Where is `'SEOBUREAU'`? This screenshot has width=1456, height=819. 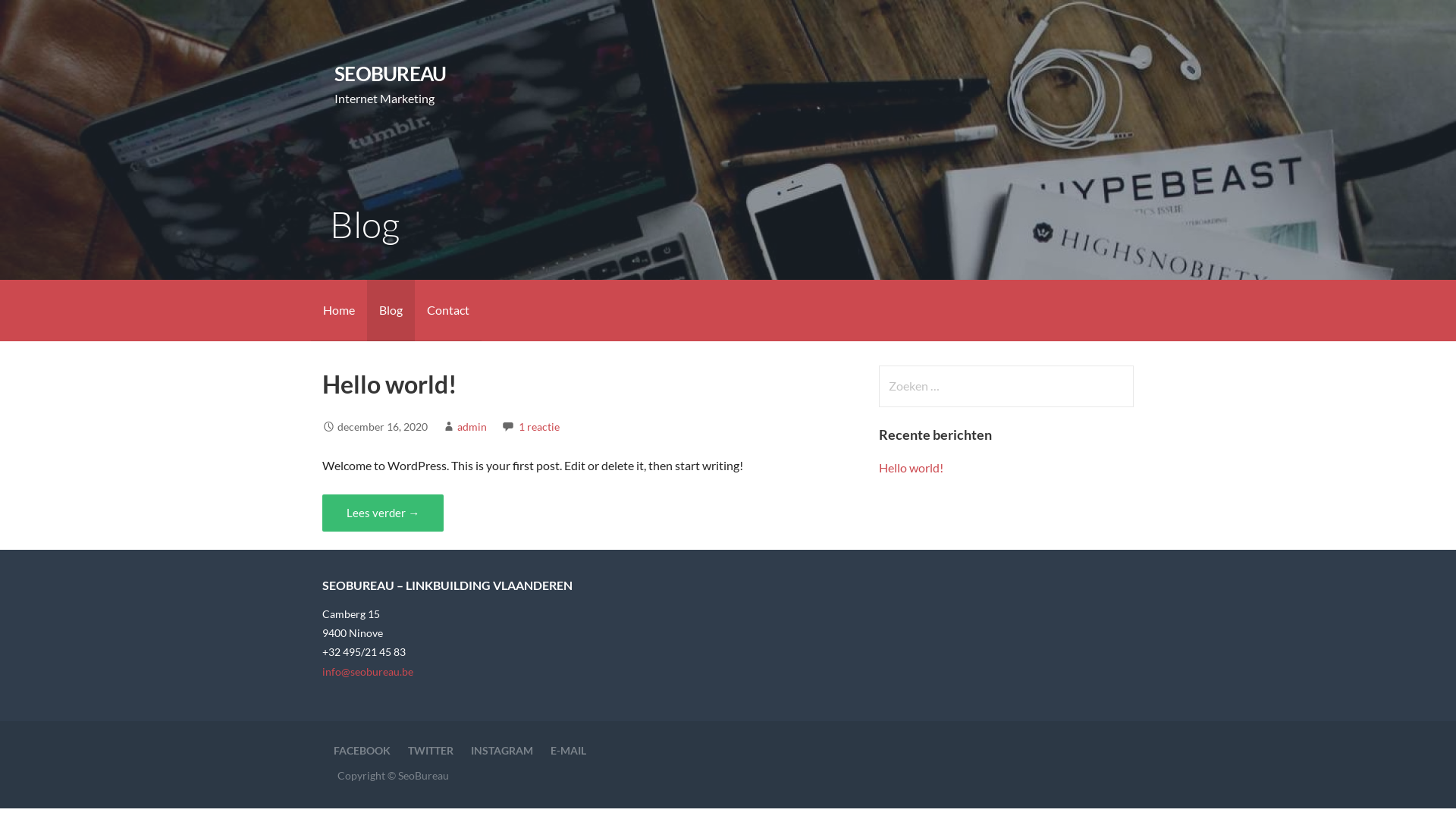
'SEOBUREAU' is located at coordinates (390, 73).